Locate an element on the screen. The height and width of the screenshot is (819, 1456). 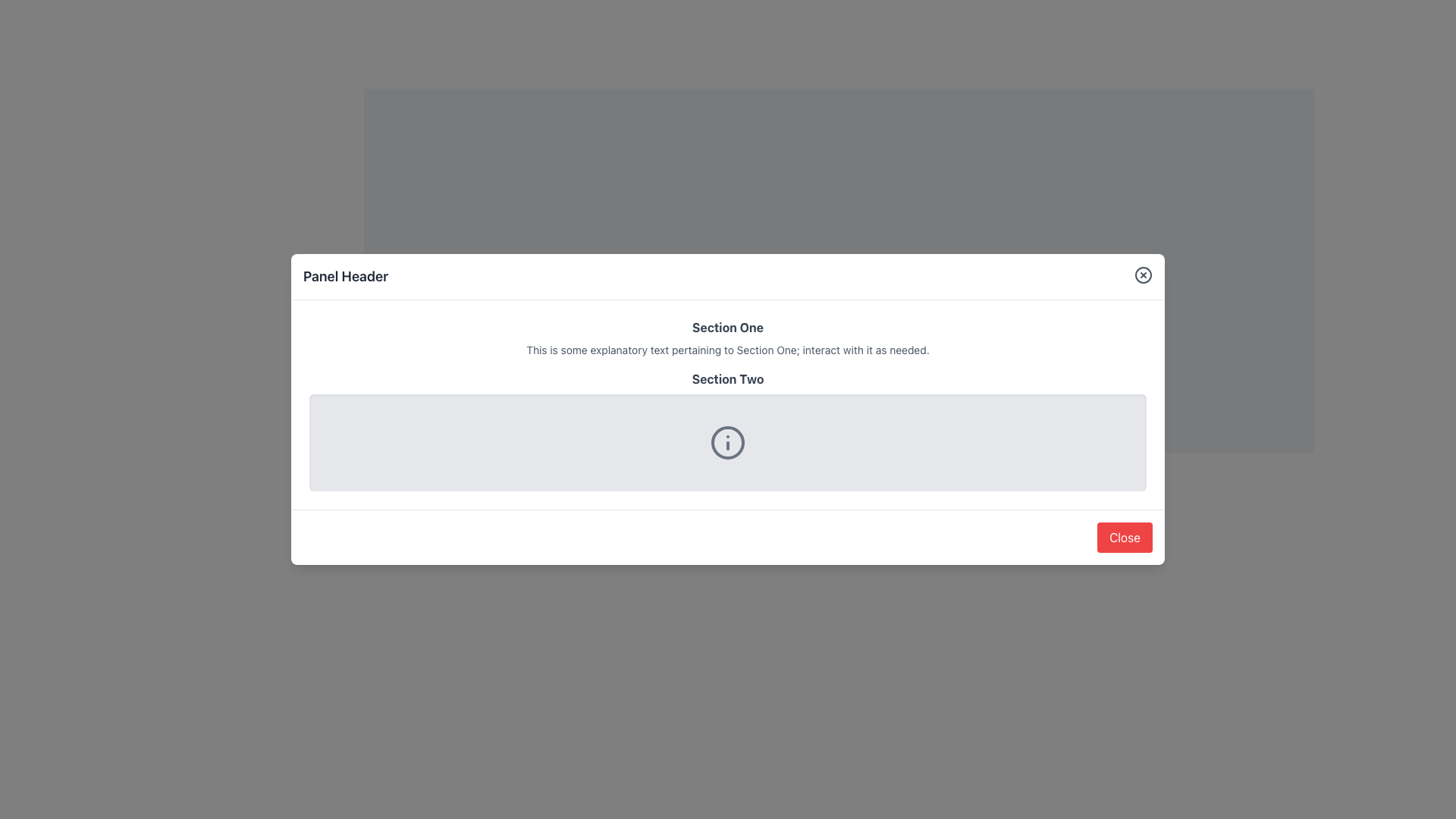
the 'Close' button, which is a rectangular button with a red background and white text, located at the bottom-right corner of the modal dialog is located at coordinates (1125, 537).